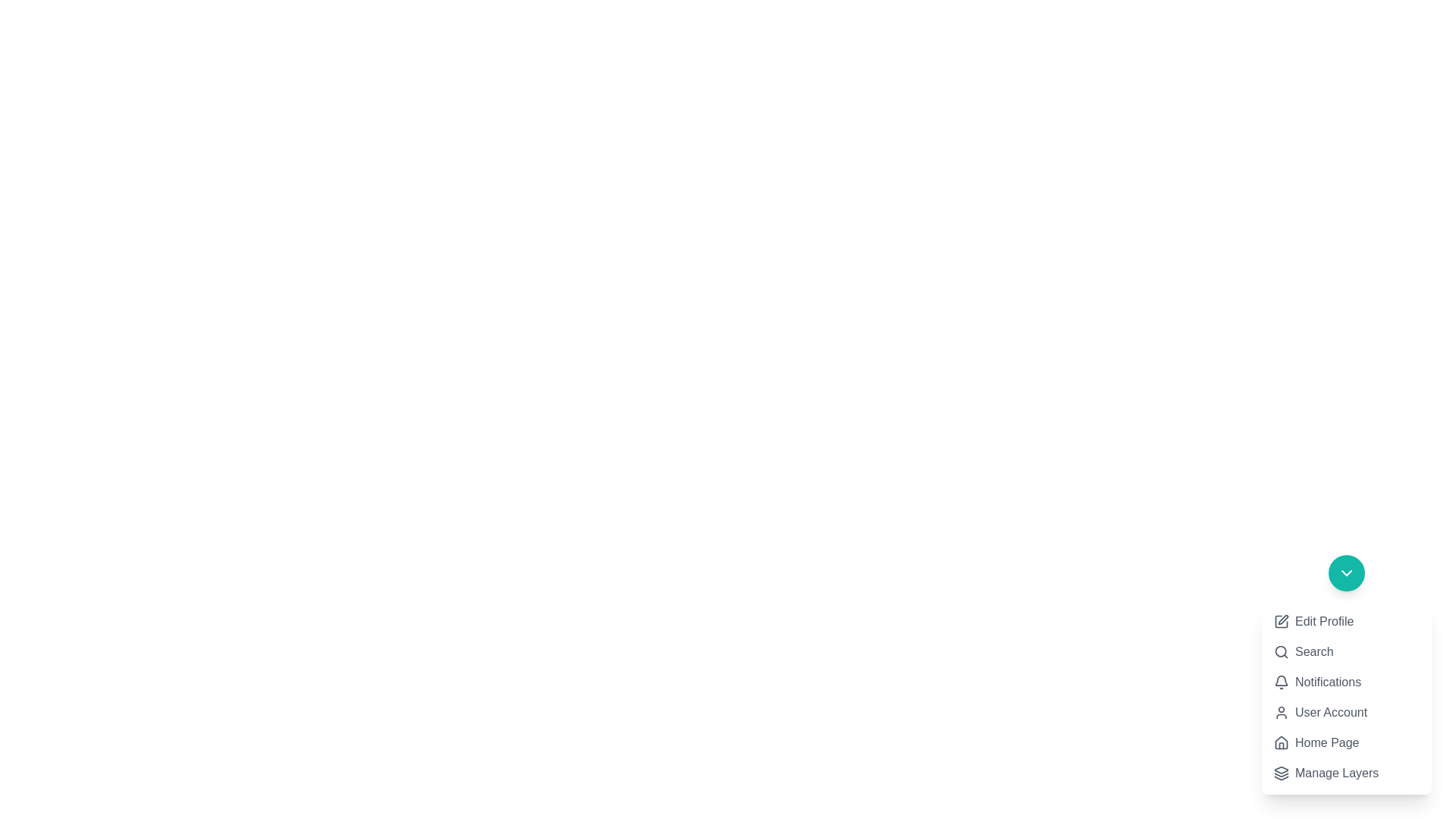  What do you see at coordinates (1280, 773) in the screenshot?
I see `the layered icon representing a stack of layers, located to the left of the 'Manage Layers' text in the dropdown menu` at bounding box center [1280, 773].